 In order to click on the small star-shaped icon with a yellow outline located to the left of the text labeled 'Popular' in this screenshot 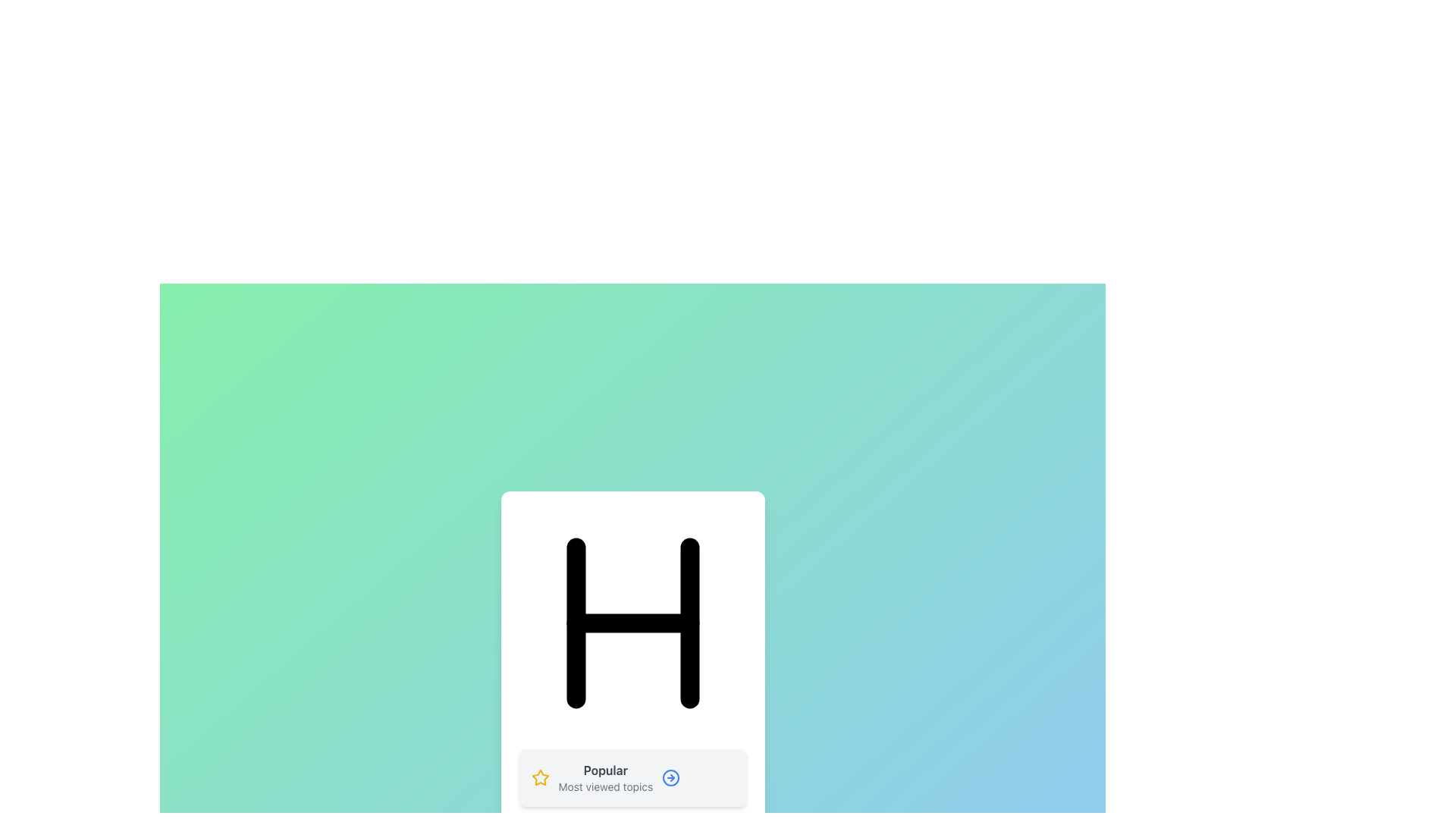, I will do `click(540, 778)`.